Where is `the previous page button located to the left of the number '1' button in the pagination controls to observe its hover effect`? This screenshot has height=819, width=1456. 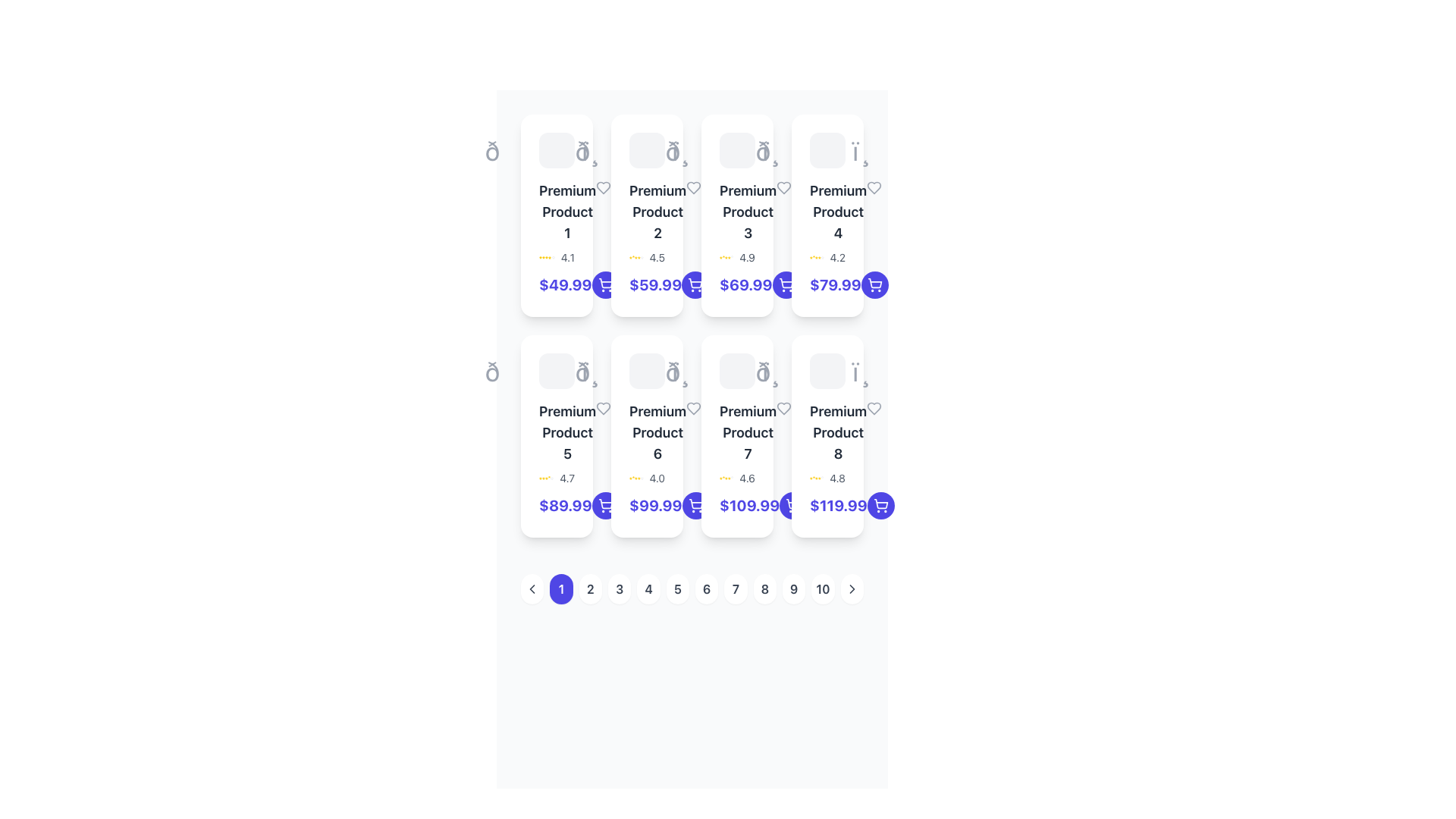
the previous page button located to the left of the number '1' button in the pagination controls to observe its hover effect is located at coordinates (532, 588).